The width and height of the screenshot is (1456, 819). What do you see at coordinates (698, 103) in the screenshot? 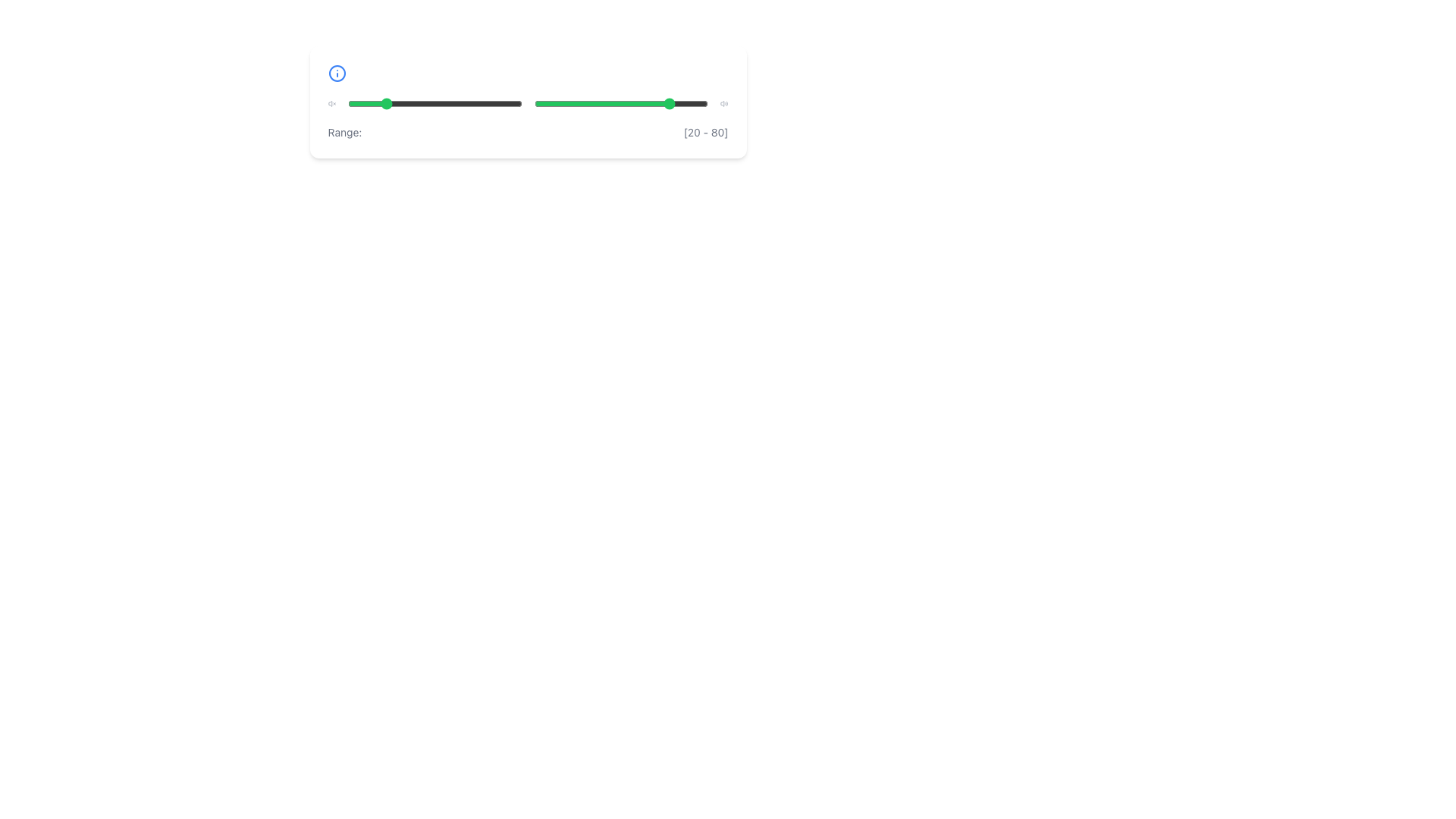
I see `the slider value` at bounding box center [698, 103].